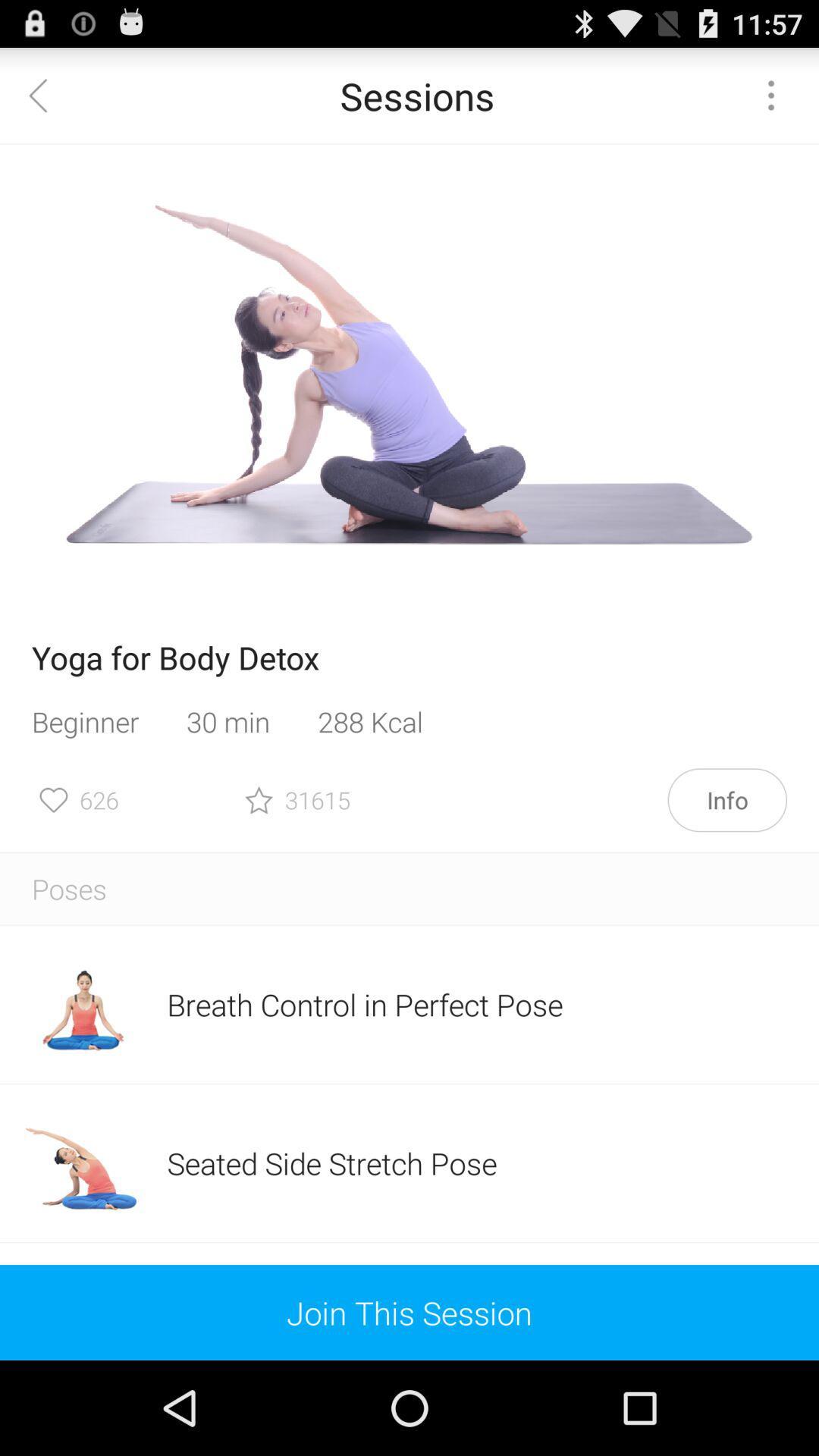  What do you see at coordinates (771, 101) in the screenshot?
I see `the more icon` at bounding box center [771, 101].